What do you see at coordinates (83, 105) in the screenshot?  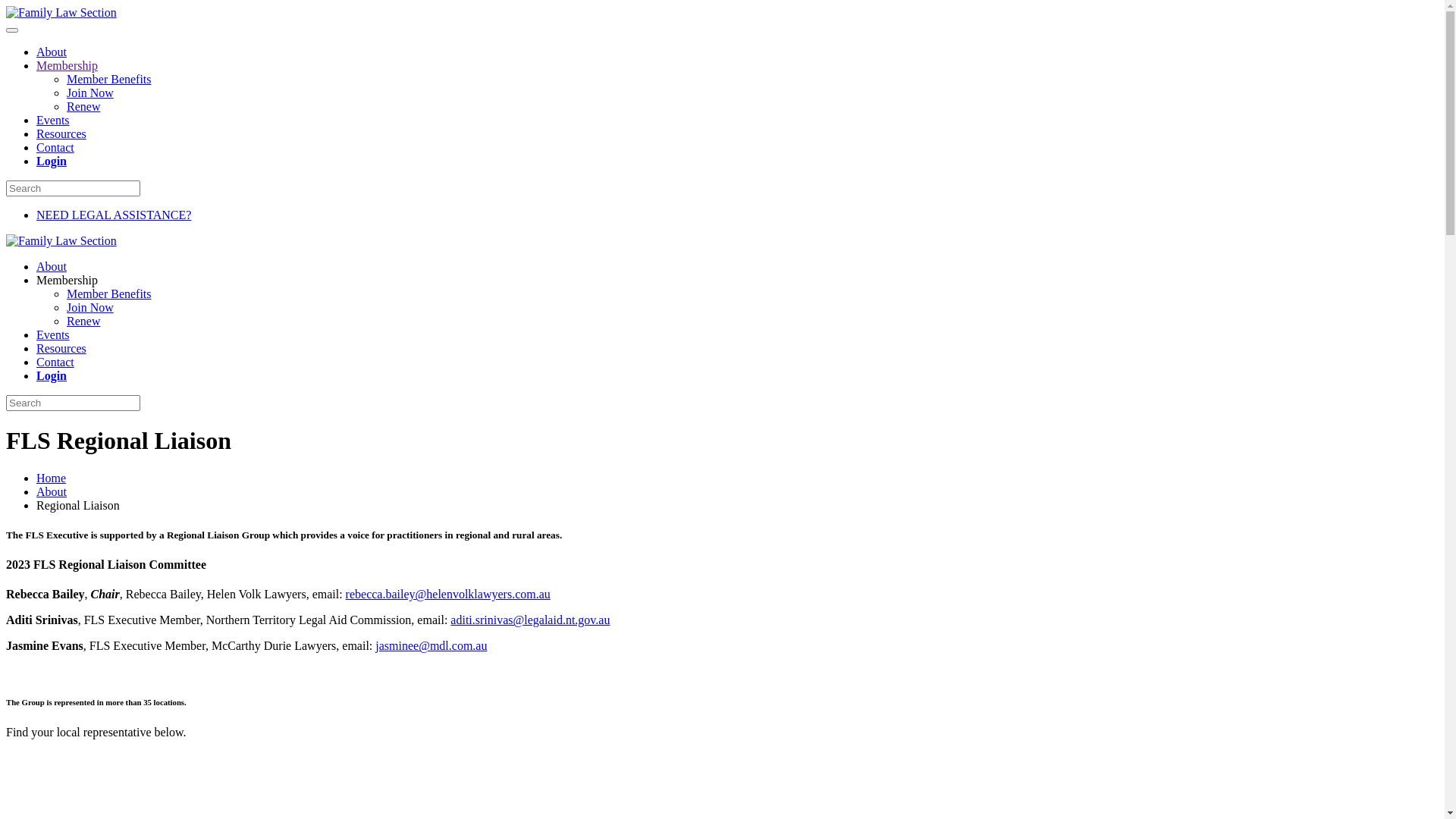 I see `'Renew'` at bounding box center [83, 105].